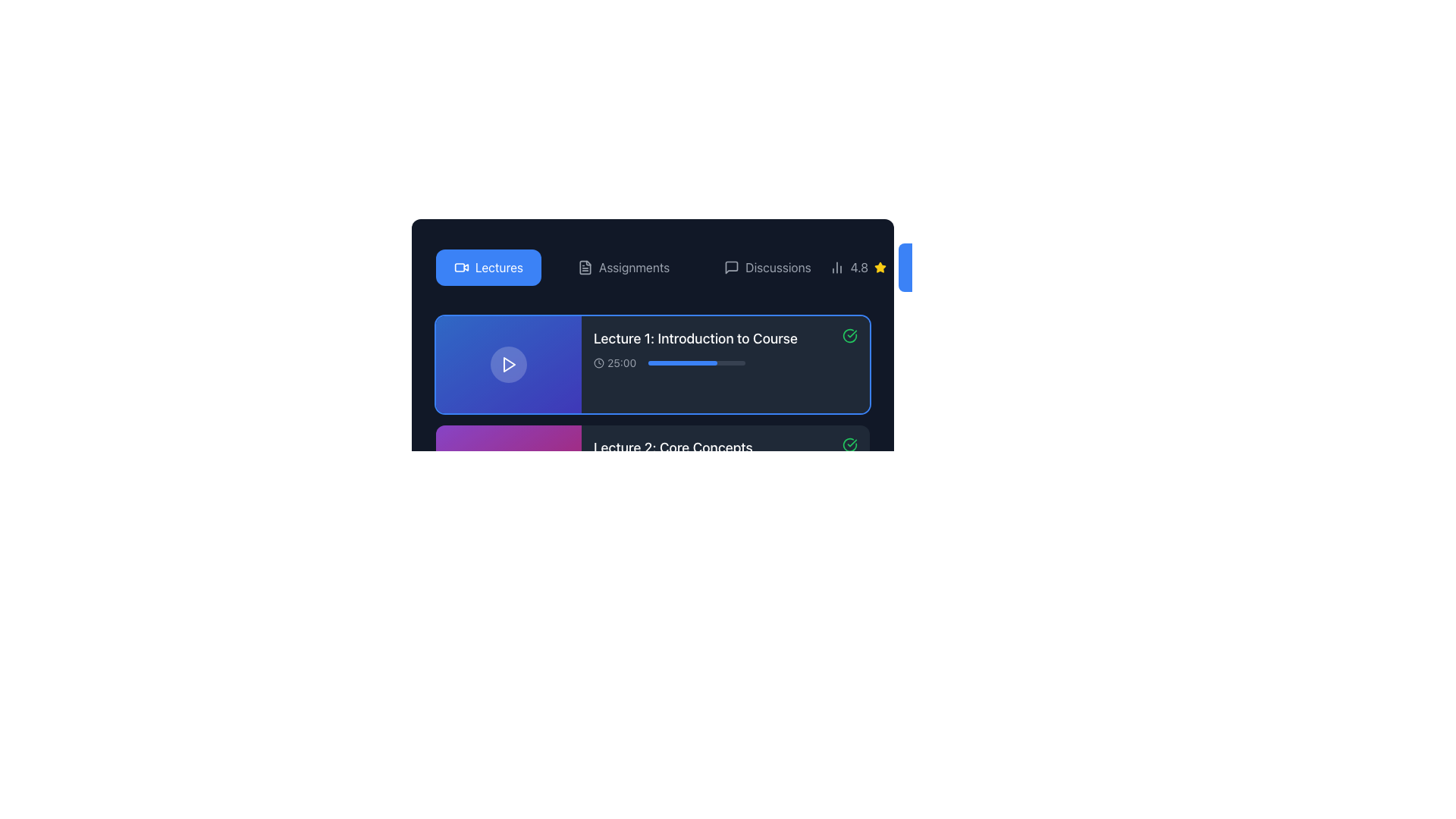 Image resolution: width=1456 pixels, height=819 pixels. Describe the element at coordinates (509, 365) in the screenshot. I see `the 'Play' button located within the rounded rectangle card titled 'Lecture 1: Introduction to Course' to change its appearance` at that location.